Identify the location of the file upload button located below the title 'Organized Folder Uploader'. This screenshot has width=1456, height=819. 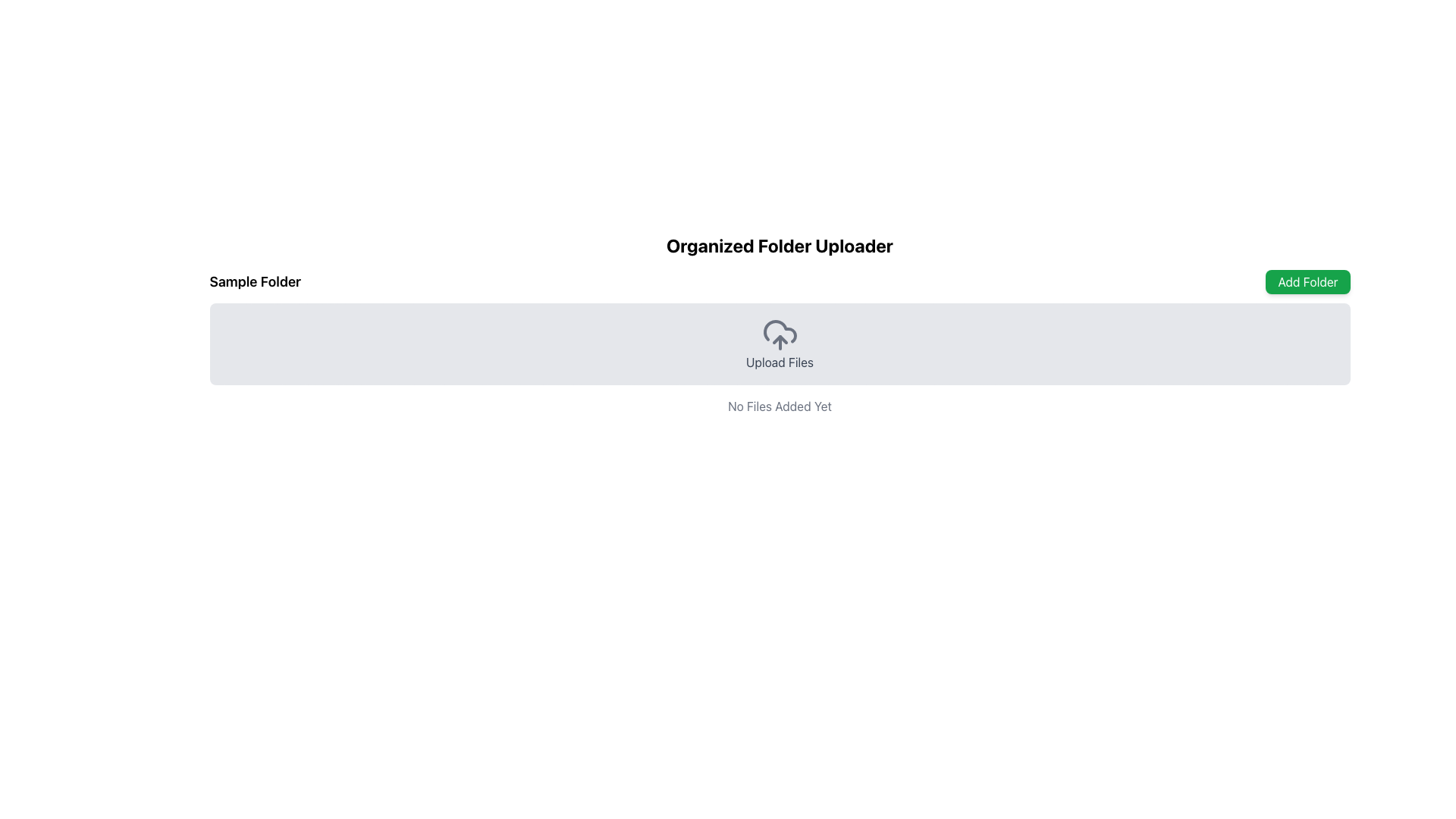
(780, 344).